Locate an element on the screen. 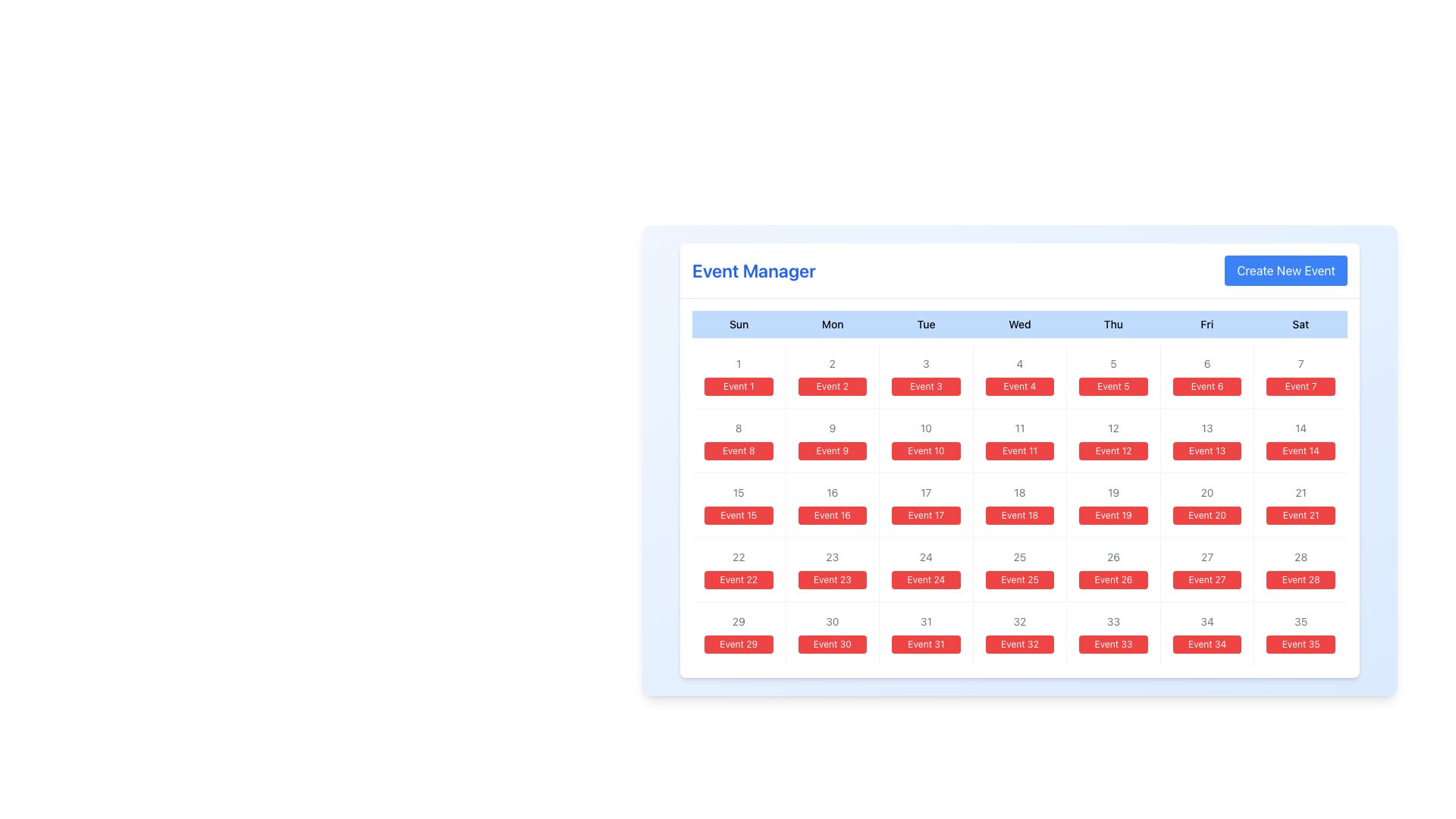 This screenshot has width=1456, height=819. the Text label indicating 'Friday' in the weekly calendar layout, which is the sixth item in the horizontal arrangement of days, located between 'Thu' and 'Sat' is located at coordinates (1206, 324).